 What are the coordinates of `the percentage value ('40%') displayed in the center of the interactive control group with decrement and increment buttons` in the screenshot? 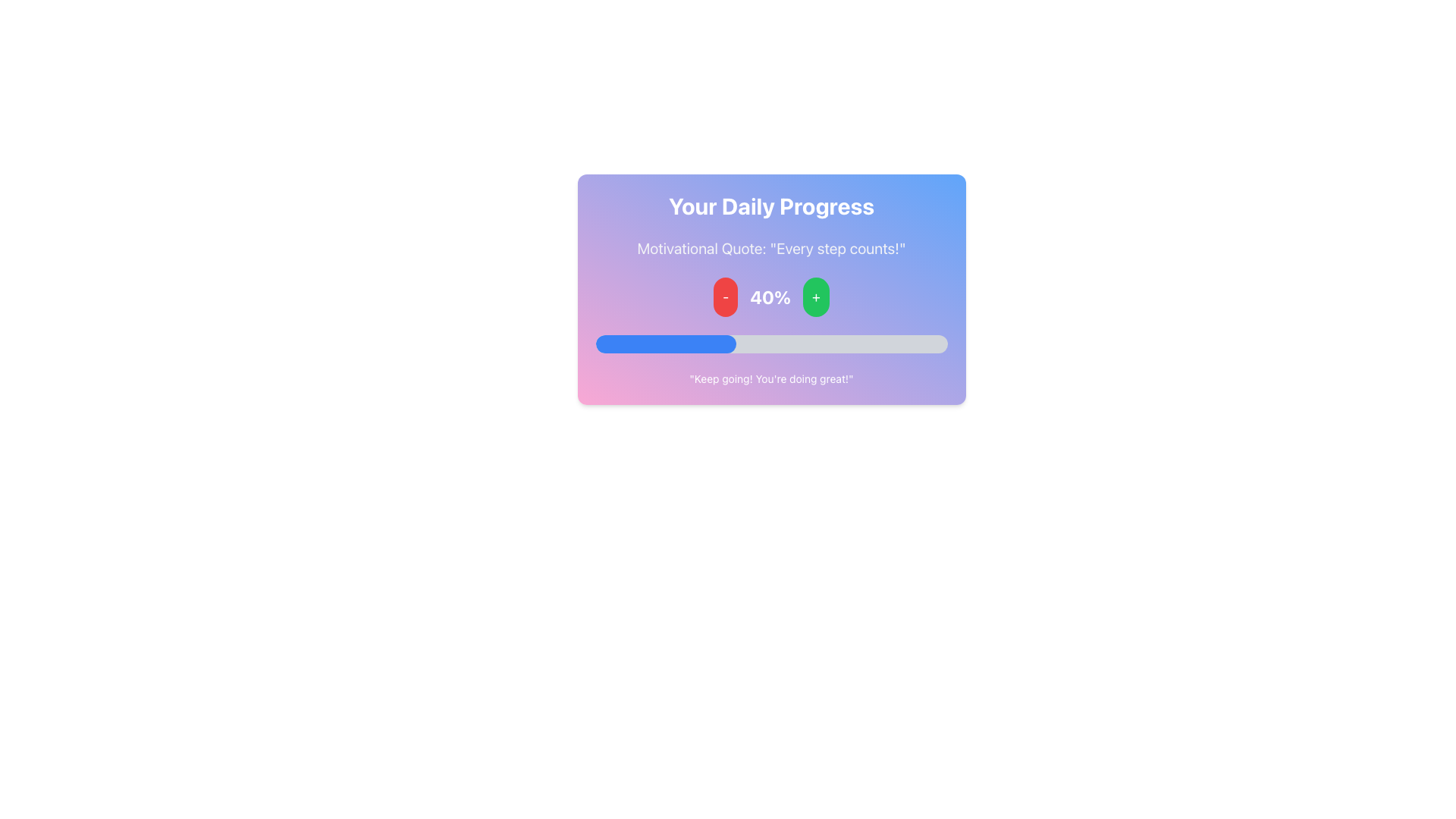 It's located at (771, 297).